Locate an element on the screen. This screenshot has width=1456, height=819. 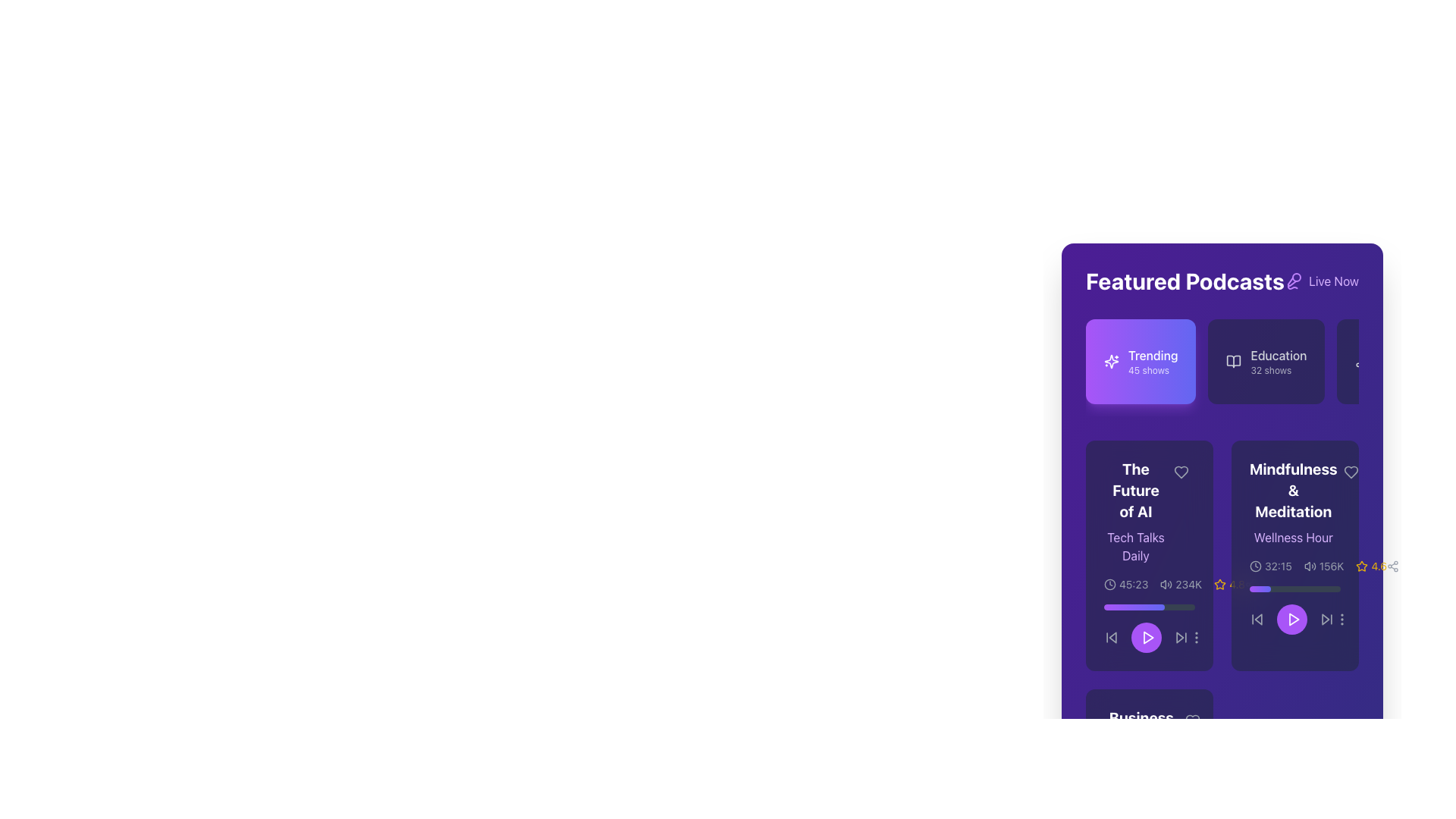
the speaker icon with sound waves located to the left of the text '234K' below the title 'The Future of AI' is located at coordinates (1166, 584).